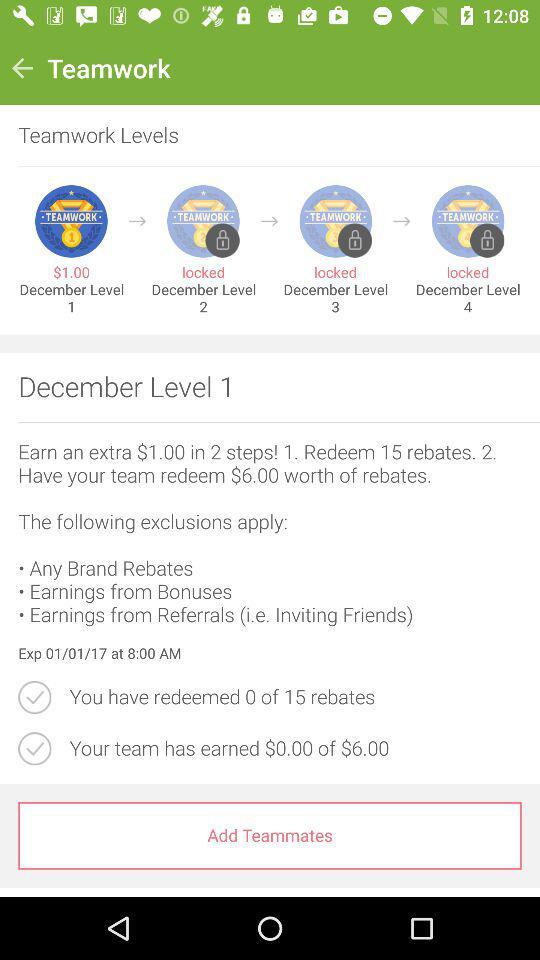  I want to click on the item below exp 01 01 icon, so click(294, 697).